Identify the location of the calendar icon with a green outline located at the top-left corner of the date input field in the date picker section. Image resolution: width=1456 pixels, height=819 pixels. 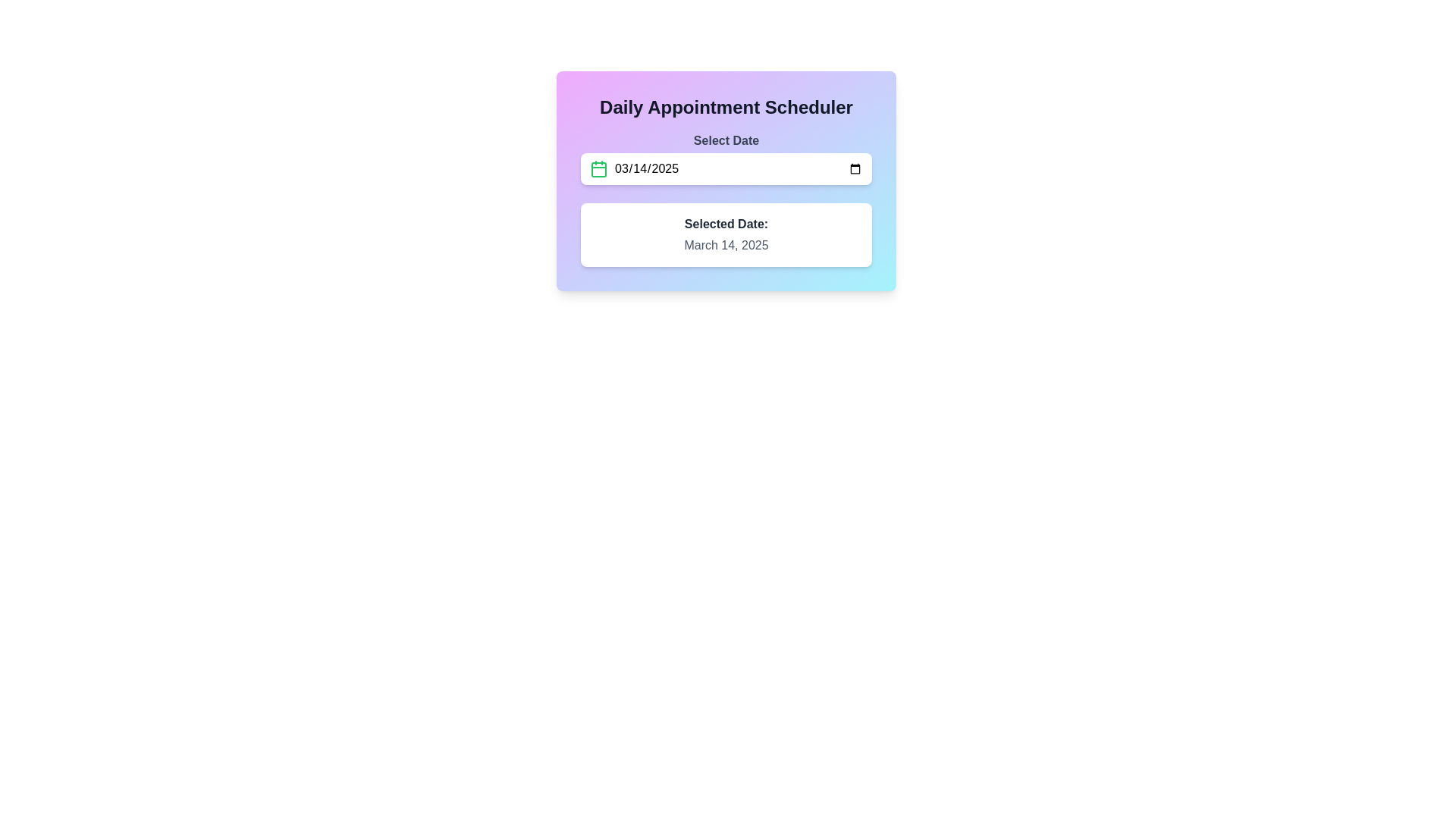
(598, 169).